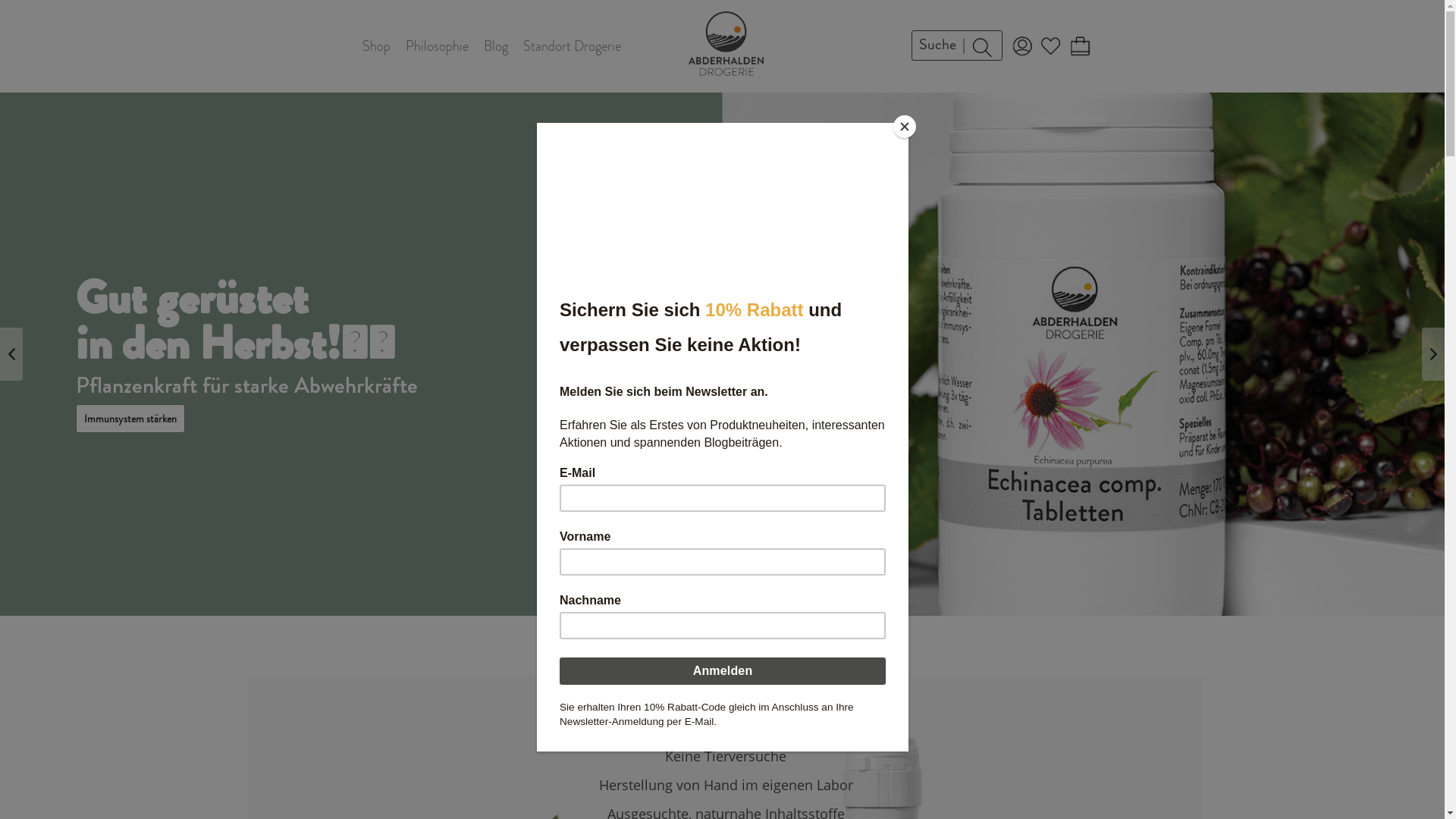  What do you see at coordinates (125, 394) in the screenshot?
I see `'Repair Balsam Stick'` at bounding box center [125, 394].